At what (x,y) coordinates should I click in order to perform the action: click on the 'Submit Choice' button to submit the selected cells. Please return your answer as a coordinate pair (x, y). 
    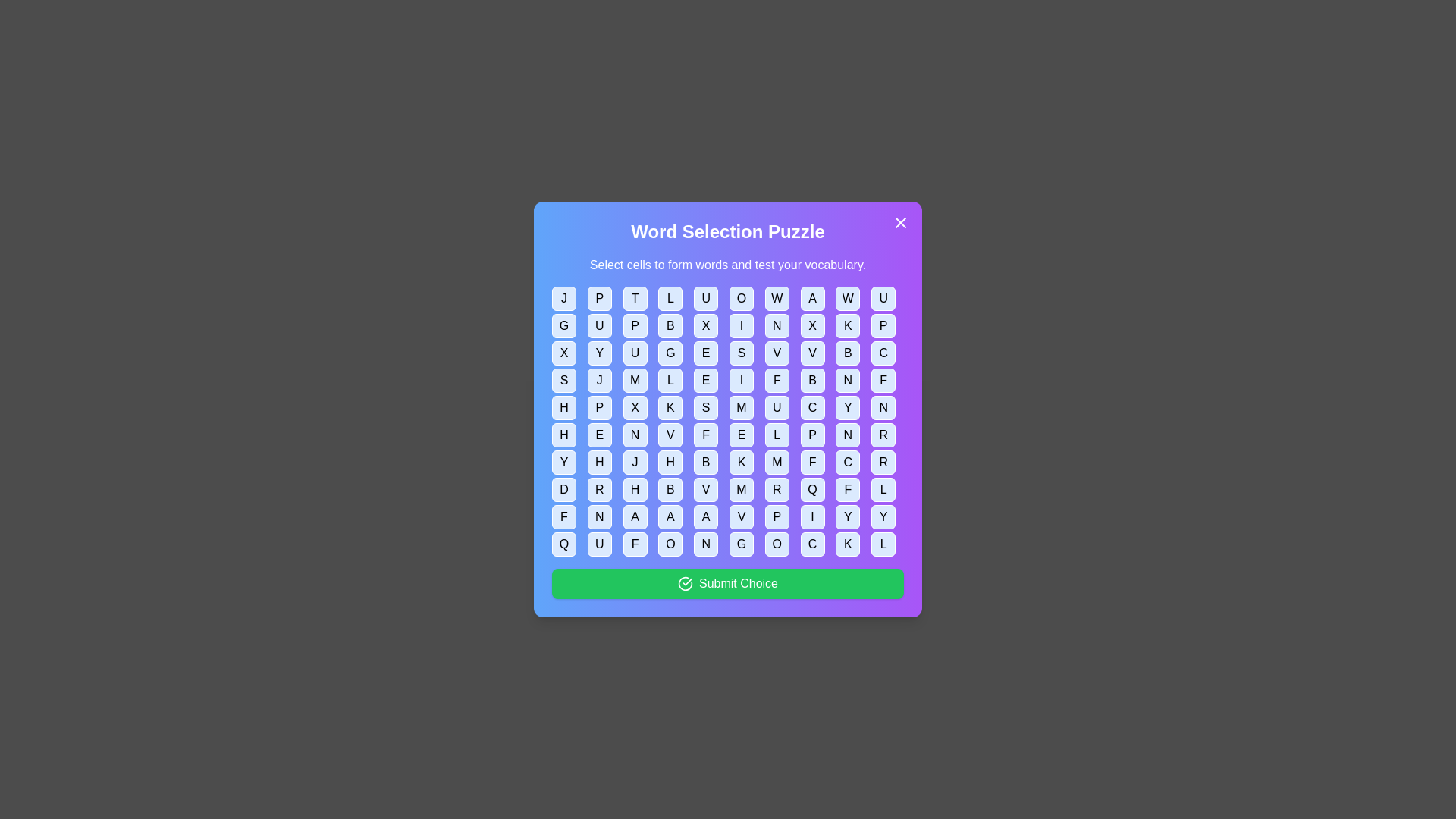
    Looking at the image, I should click on (728, 583).